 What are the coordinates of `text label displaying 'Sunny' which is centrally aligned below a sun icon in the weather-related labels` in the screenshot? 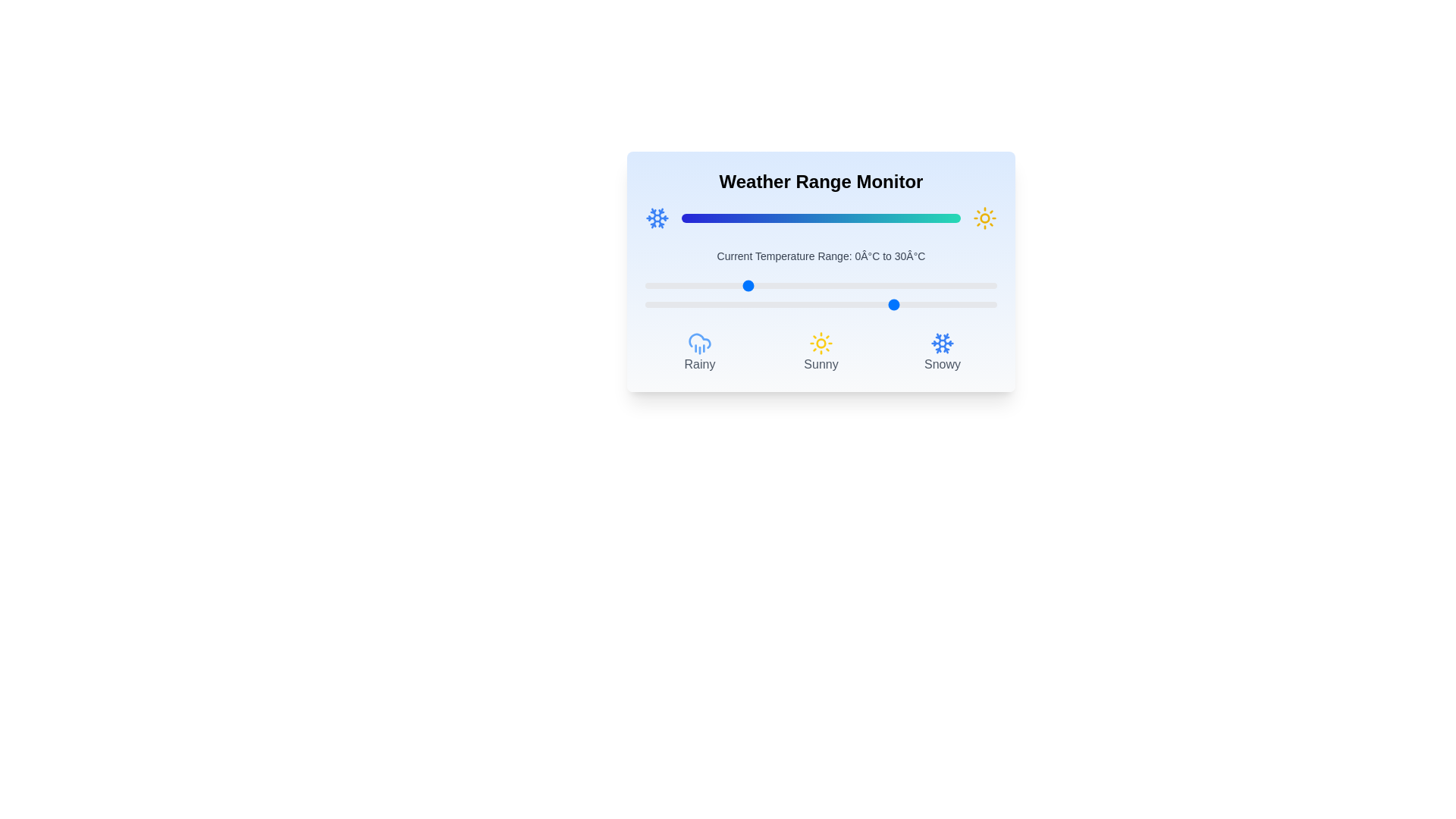 It's located at (821, 365).